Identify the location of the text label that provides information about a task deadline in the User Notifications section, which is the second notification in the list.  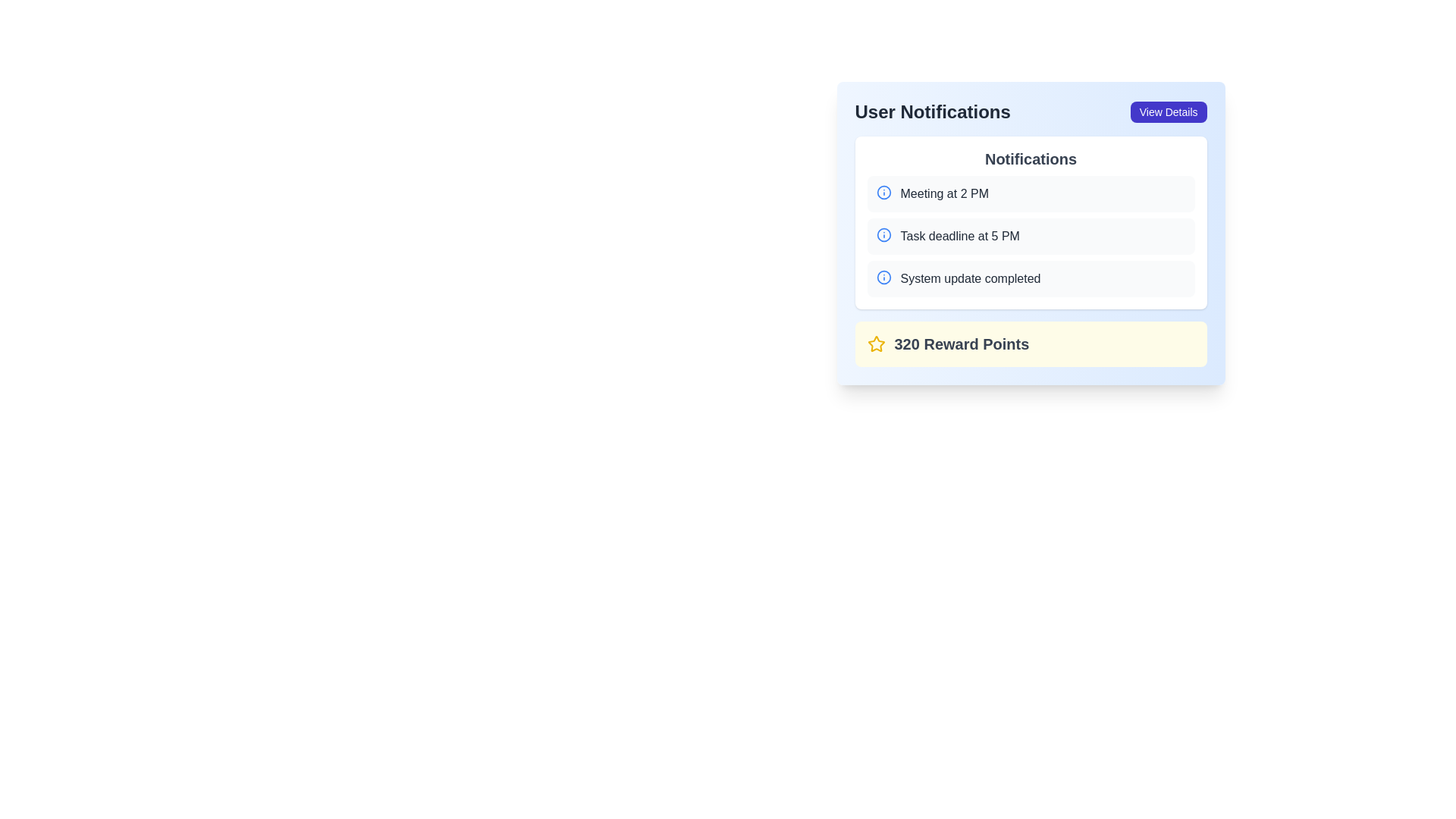
(959, 237).